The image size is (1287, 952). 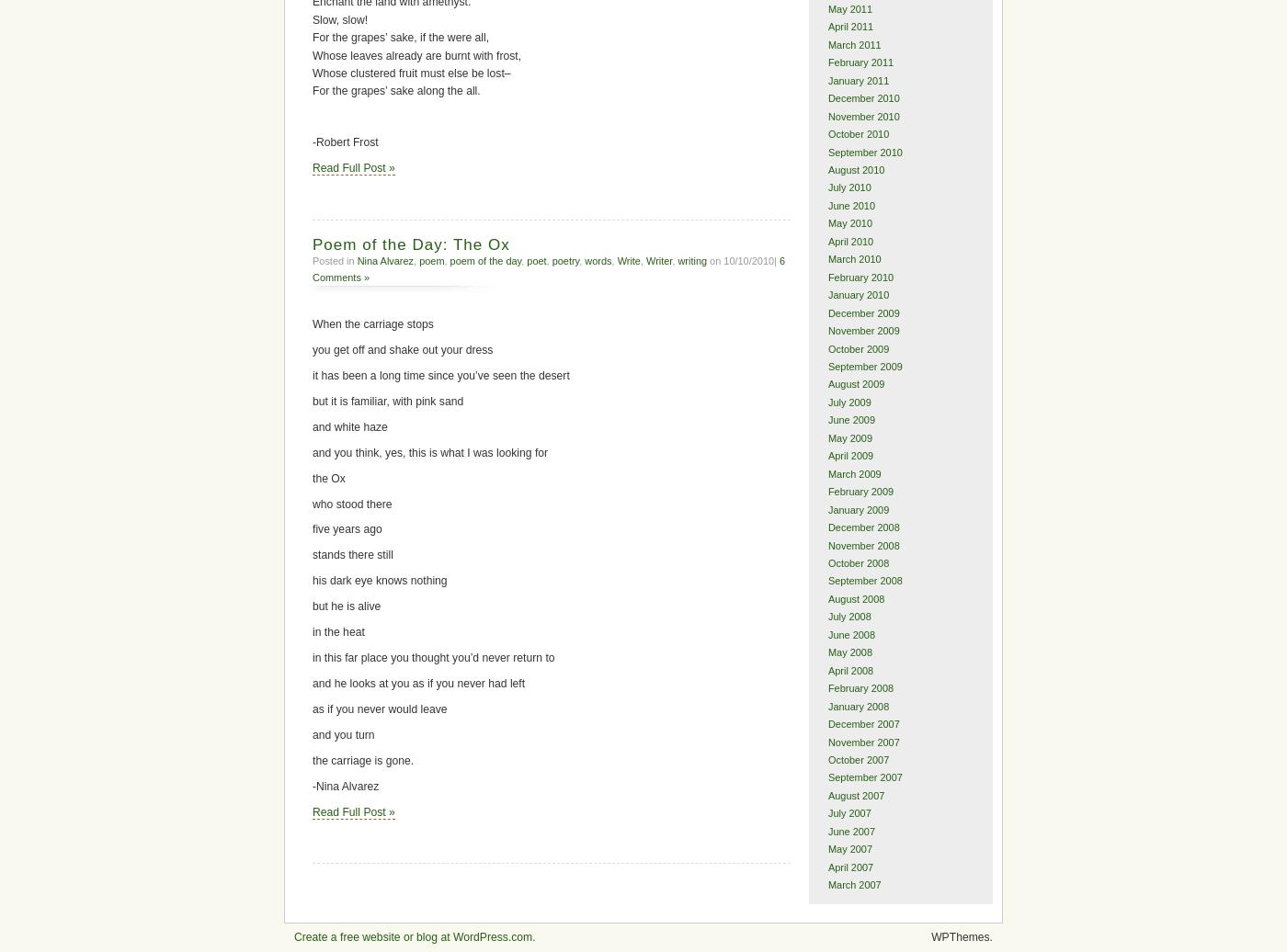 What do you see at coordinates (418, 683) in the screenshot?
I see `'and he looks at you as if you never had left'` at bounding box center [418, 683].